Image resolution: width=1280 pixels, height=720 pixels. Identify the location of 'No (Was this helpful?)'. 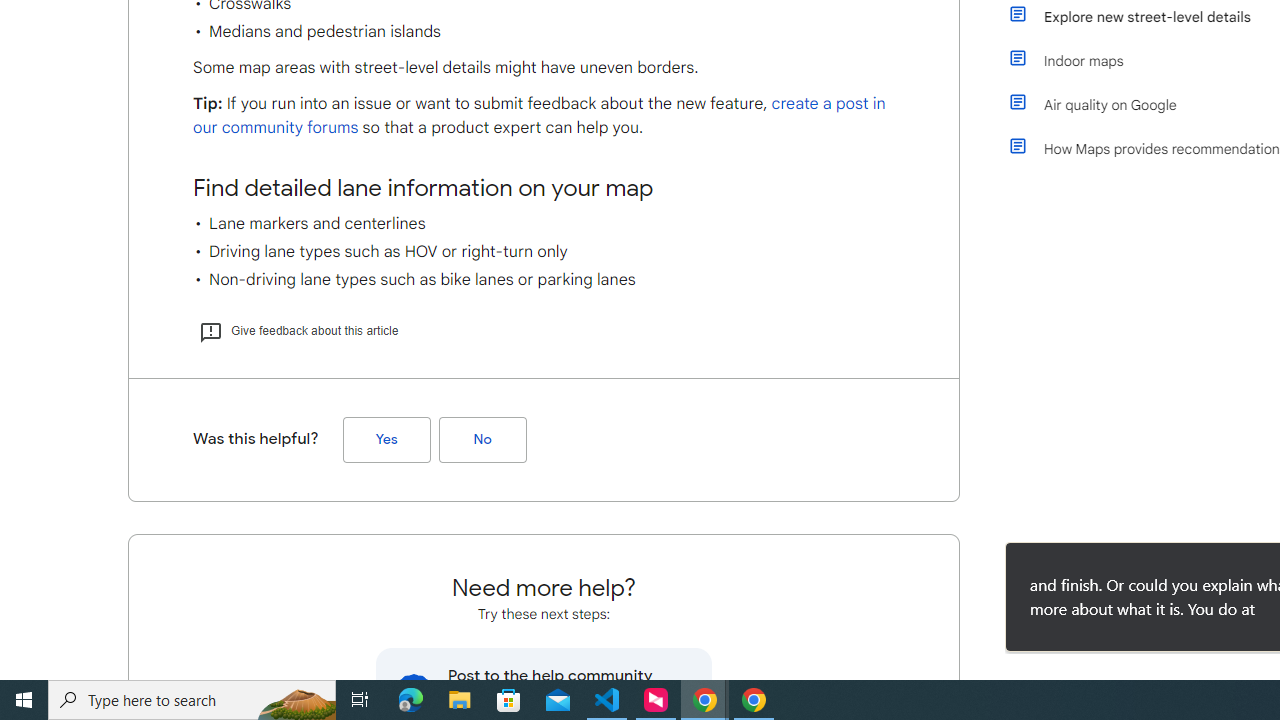
(482, 438).